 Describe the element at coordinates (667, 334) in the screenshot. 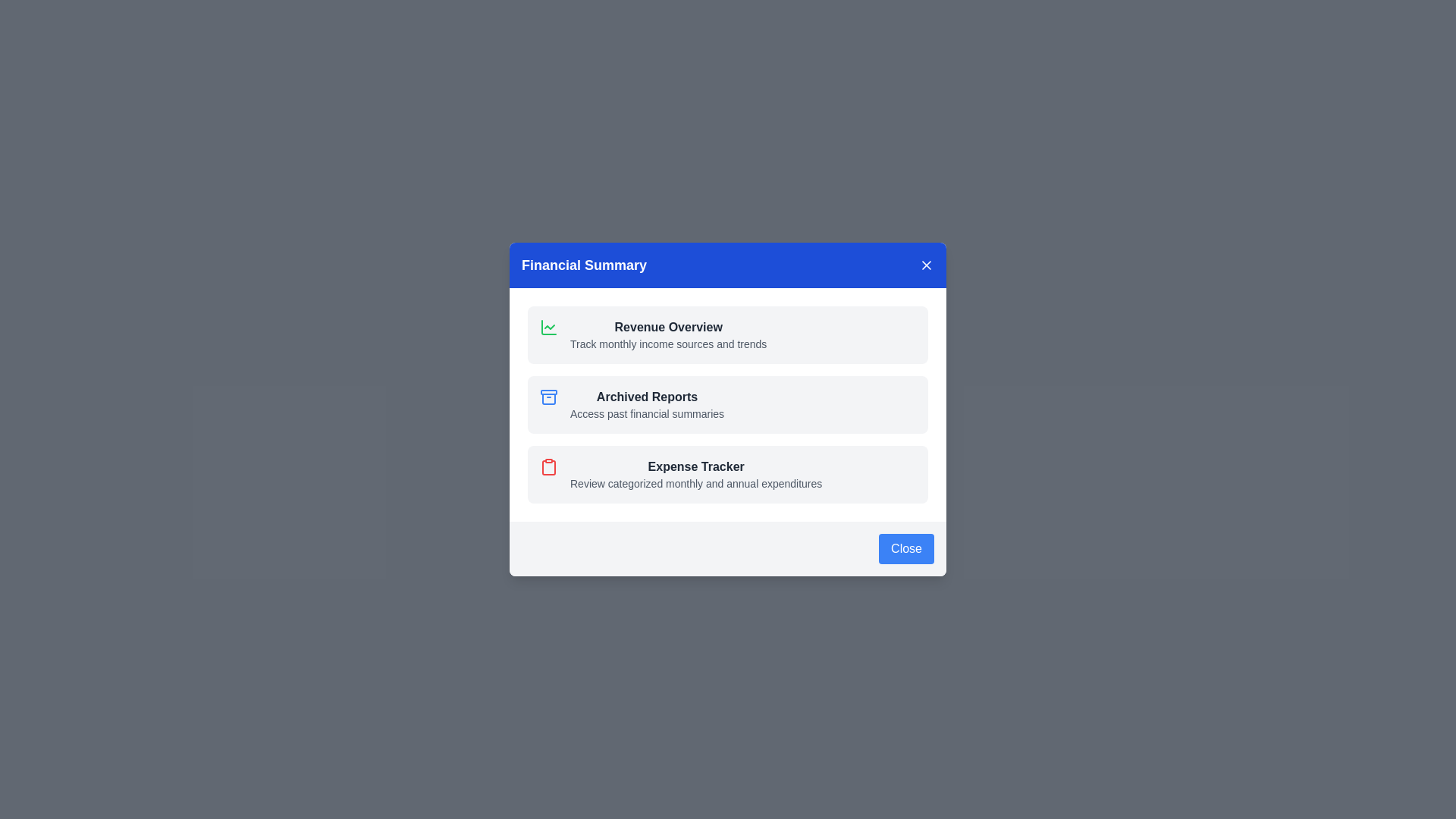

I see `the Revenue Overview section in the Financial Summary dialog` at that location.